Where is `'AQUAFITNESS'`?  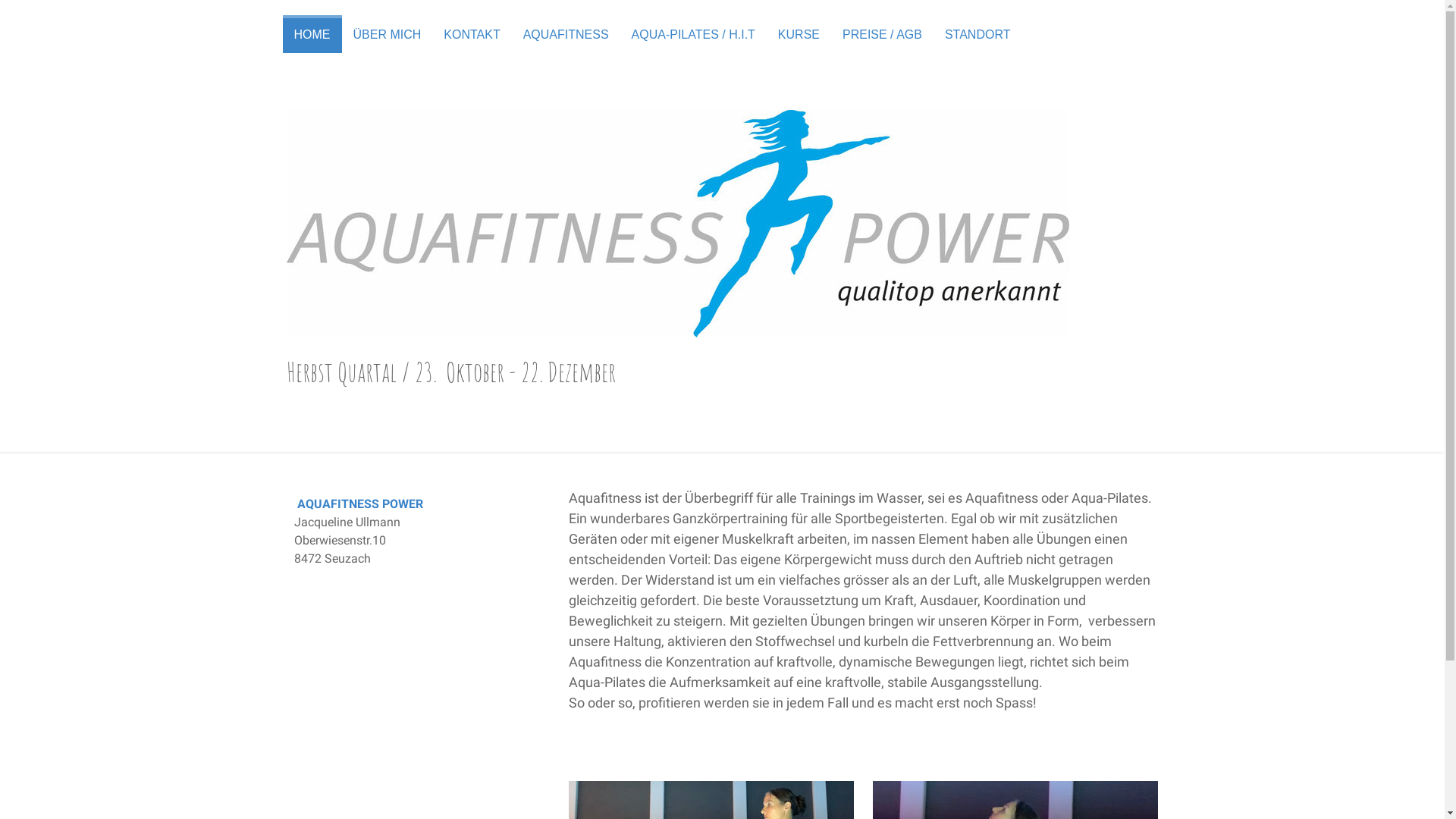
'AQUAFITNESS' is located at coordinates (565, 34).